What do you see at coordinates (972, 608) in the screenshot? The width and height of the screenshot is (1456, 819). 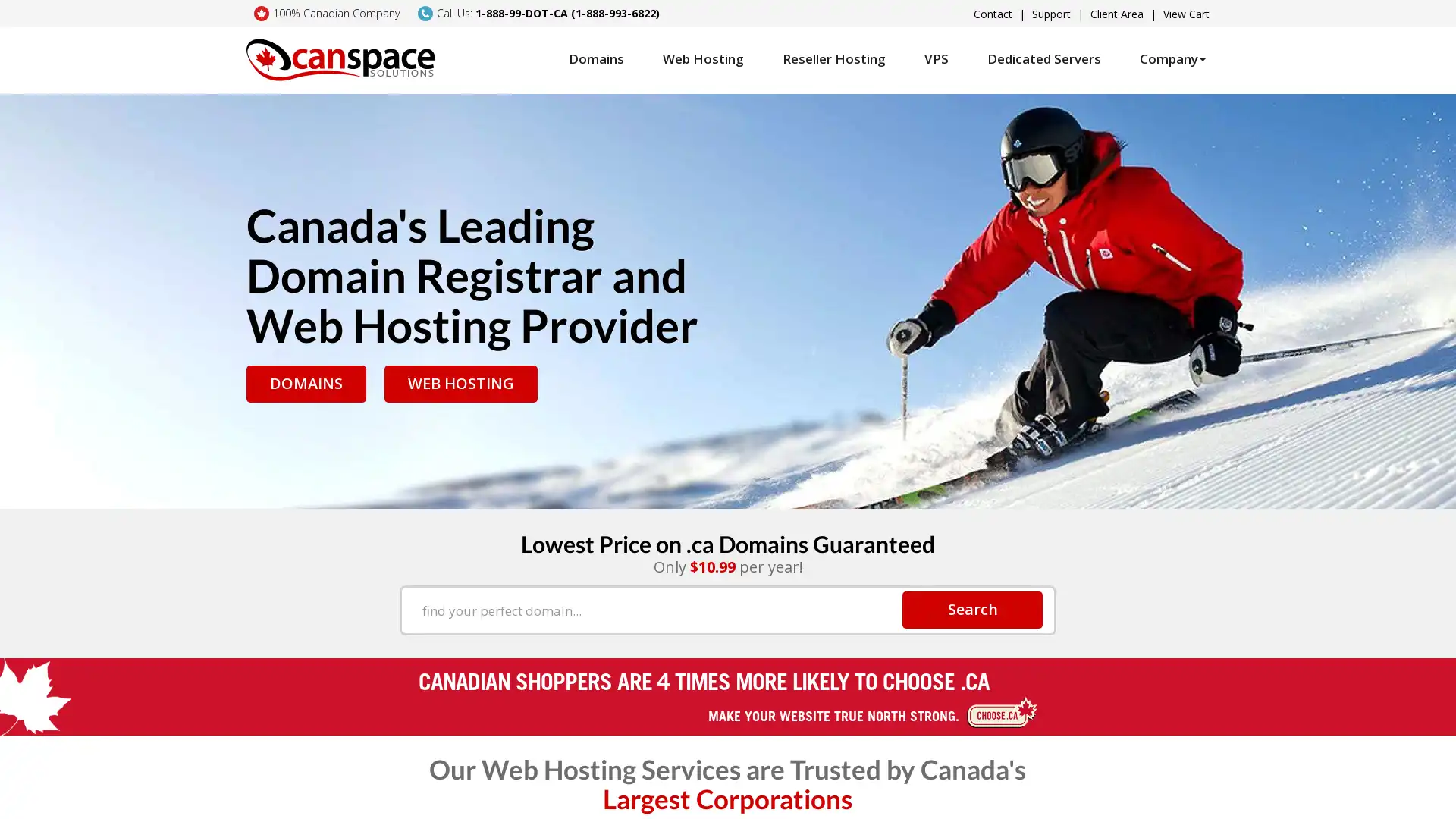 I see `Search` at bounding box center [972, 608].